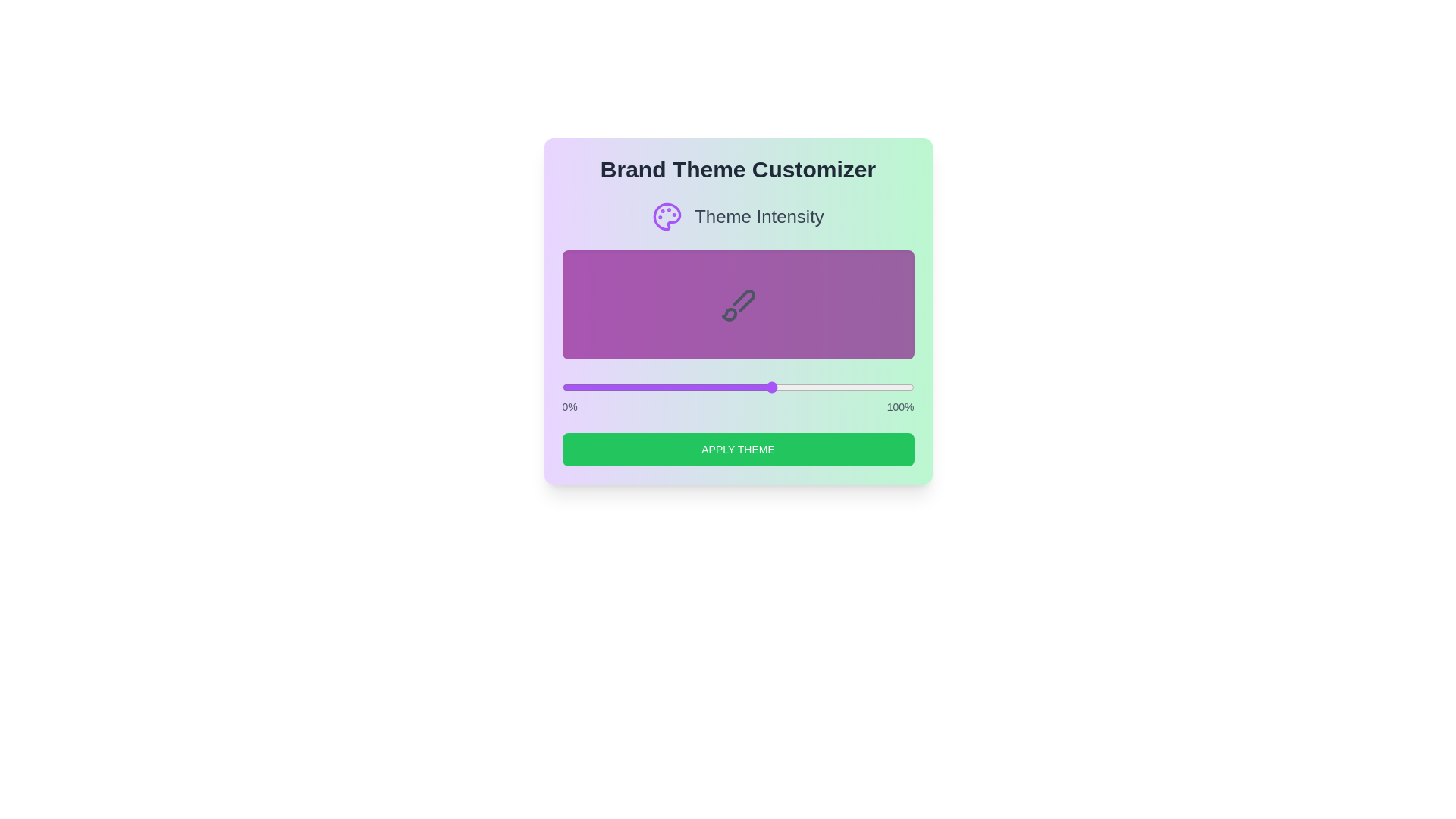 This screenshot has width=1456, height=819. Describe the element at coordinates (698, 386) in the screenshot. I see `the theme intensity slider to 39% to view the corresponding theme preview` at that location.